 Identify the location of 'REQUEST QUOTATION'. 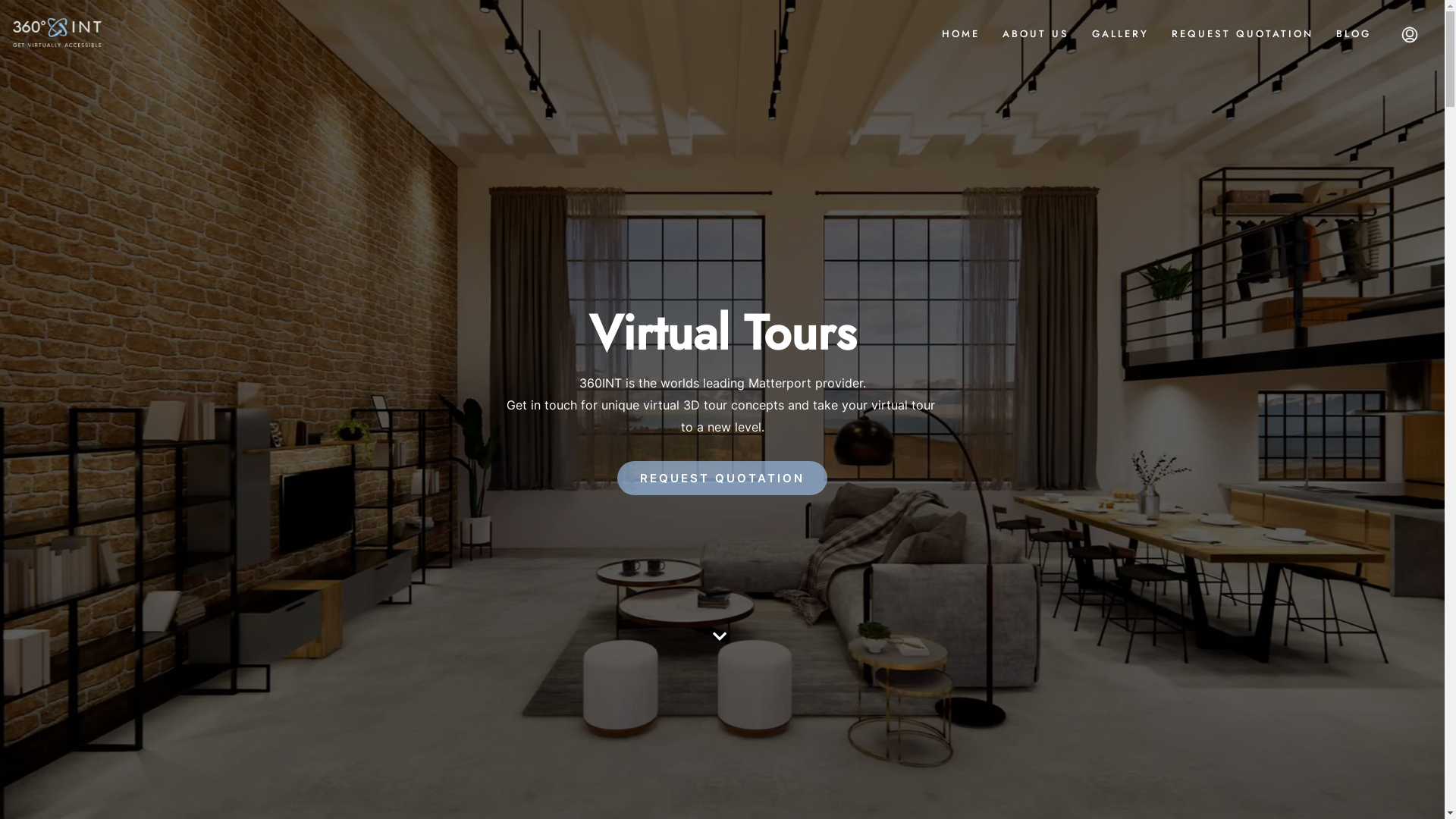
(1242, 34).